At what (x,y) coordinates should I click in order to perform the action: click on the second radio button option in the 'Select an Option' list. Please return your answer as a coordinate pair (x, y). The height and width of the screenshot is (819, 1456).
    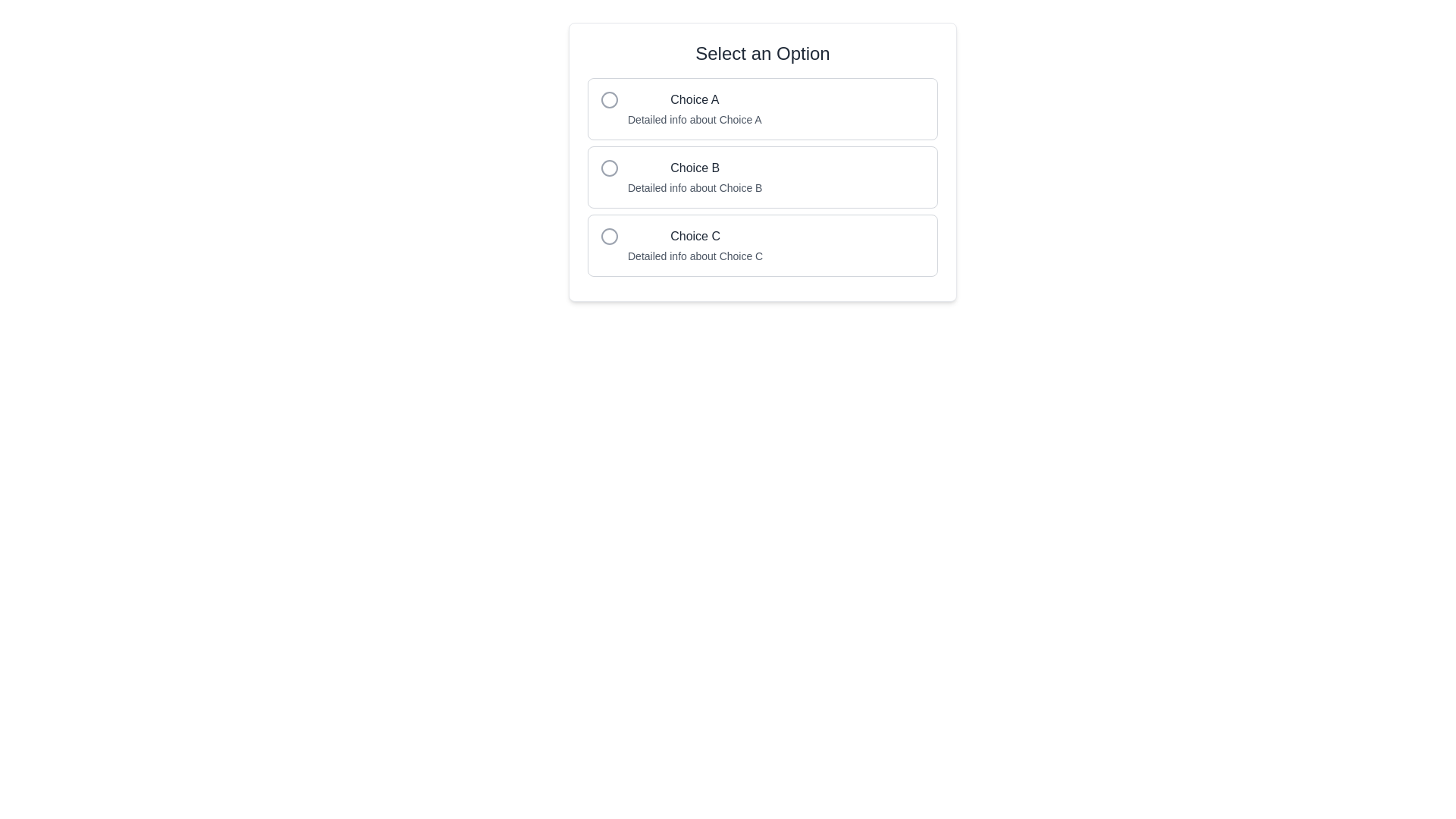
    Looking at the image, I should click on (763, 177).